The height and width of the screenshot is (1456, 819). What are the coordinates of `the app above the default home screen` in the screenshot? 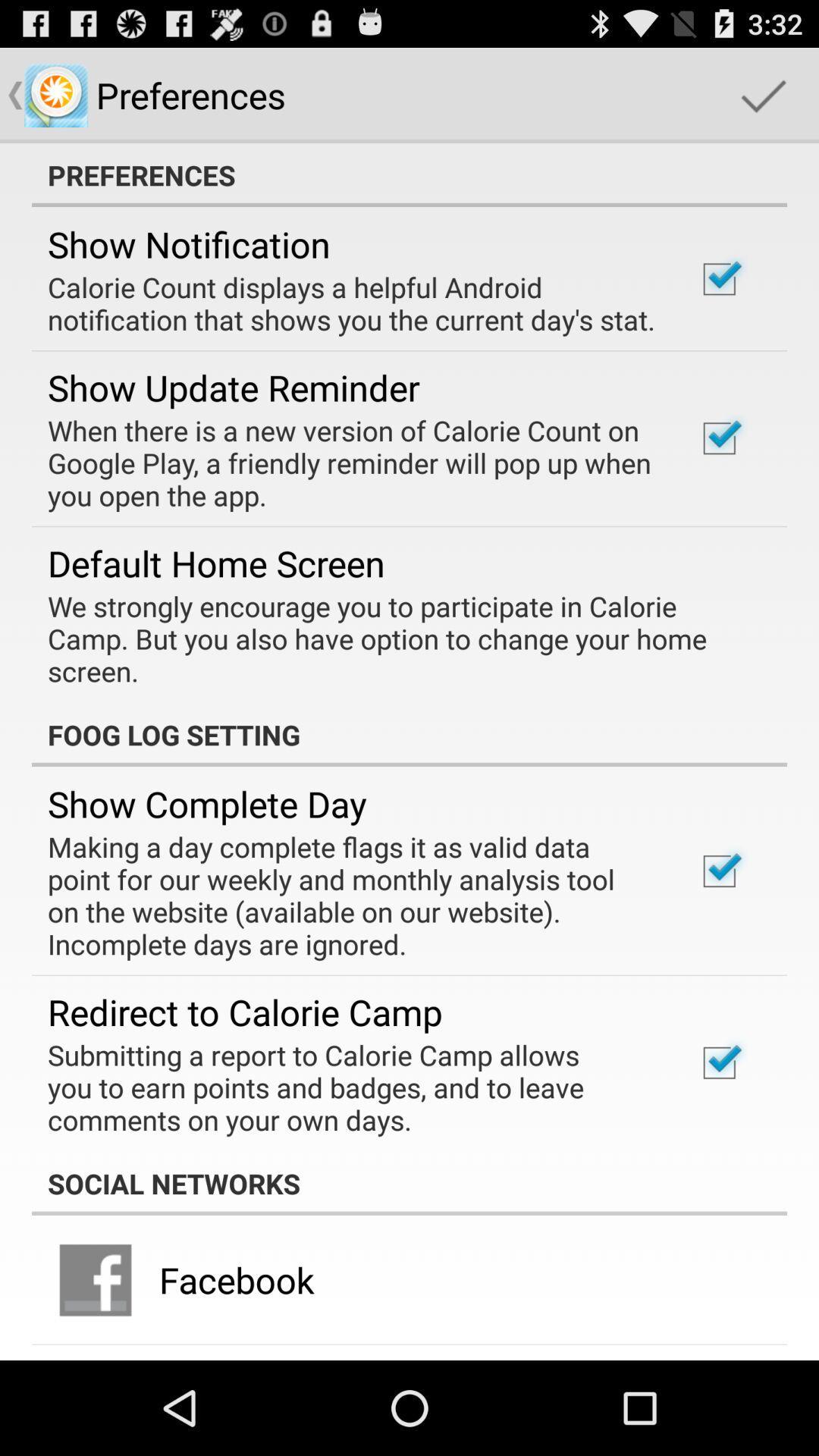 It's located at (351, 462).